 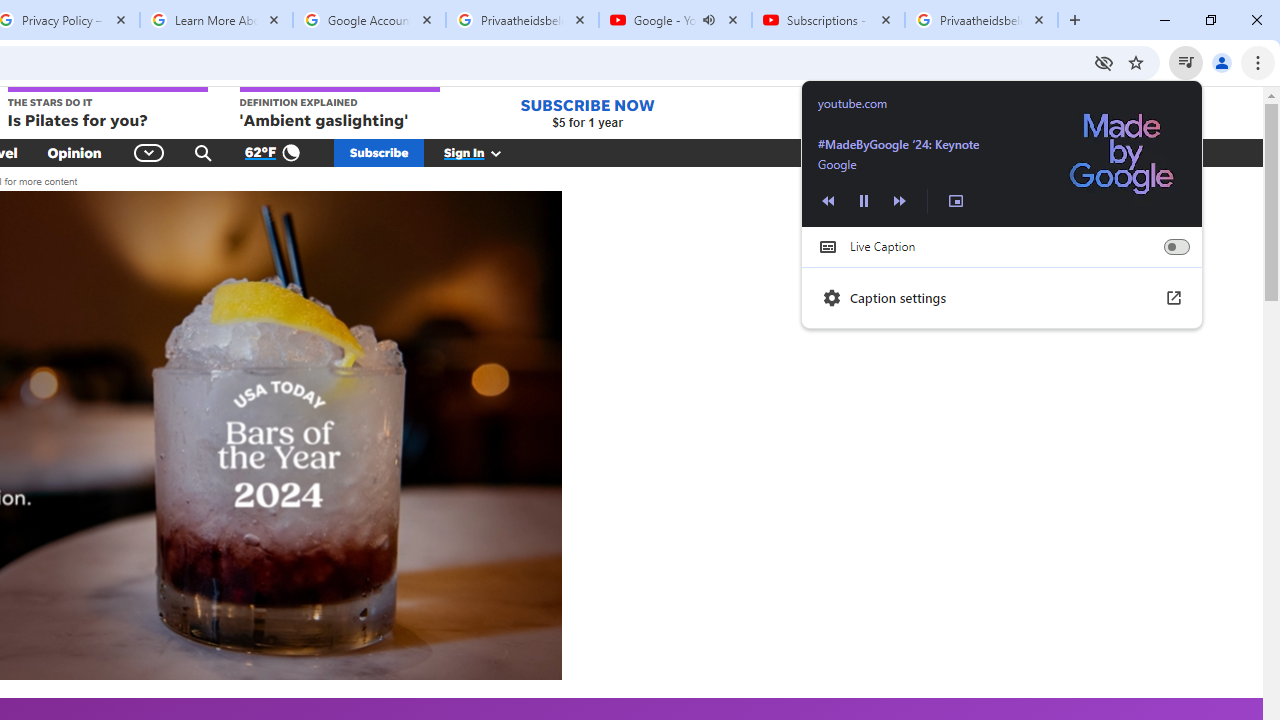 I want to click on 'Chrome', so click(x=1259, y=61).